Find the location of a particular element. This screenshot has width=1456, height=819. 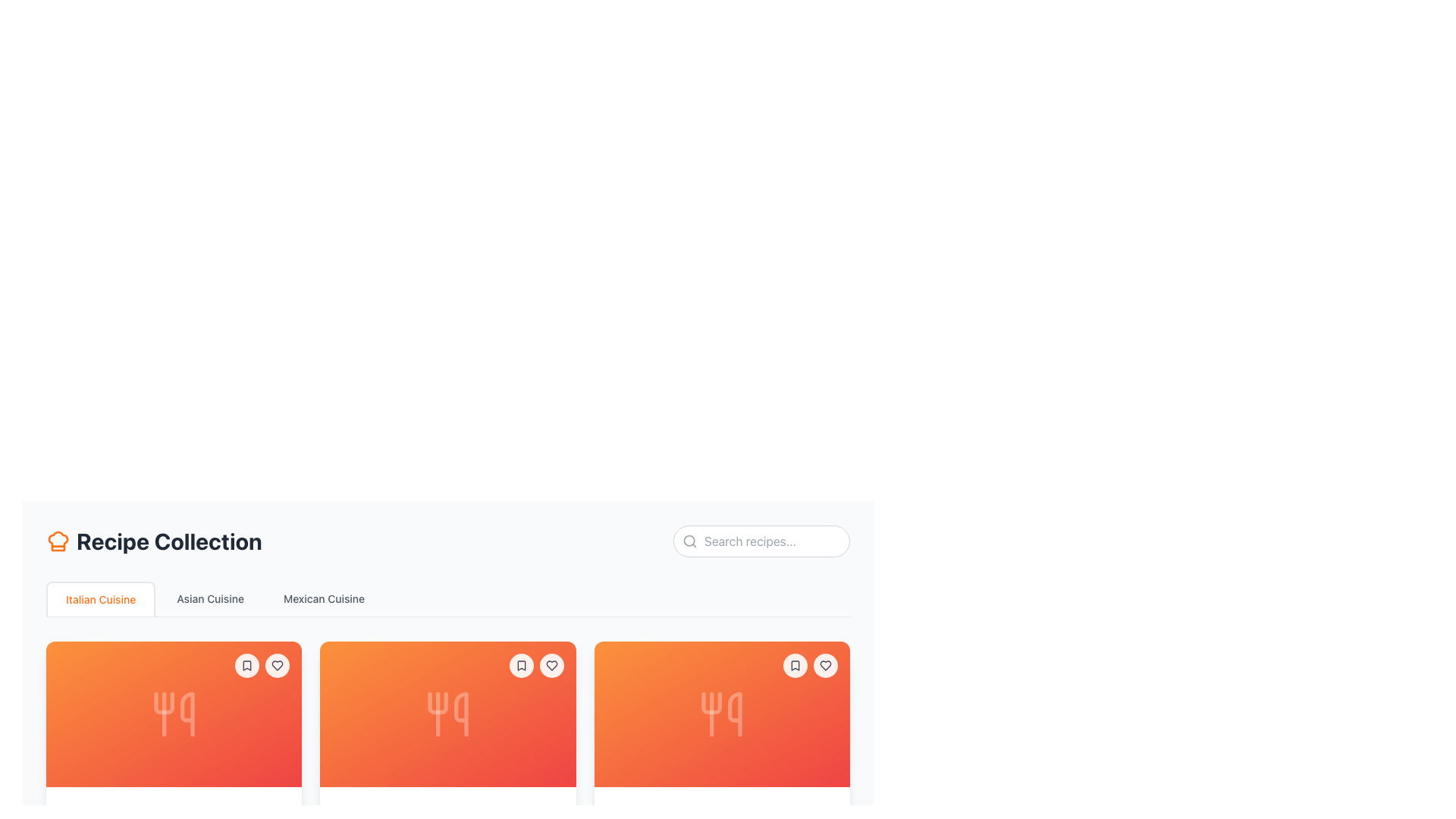

the heart button in the top-right corner of the gradient card to like the item is located at coordinates (810, 665).